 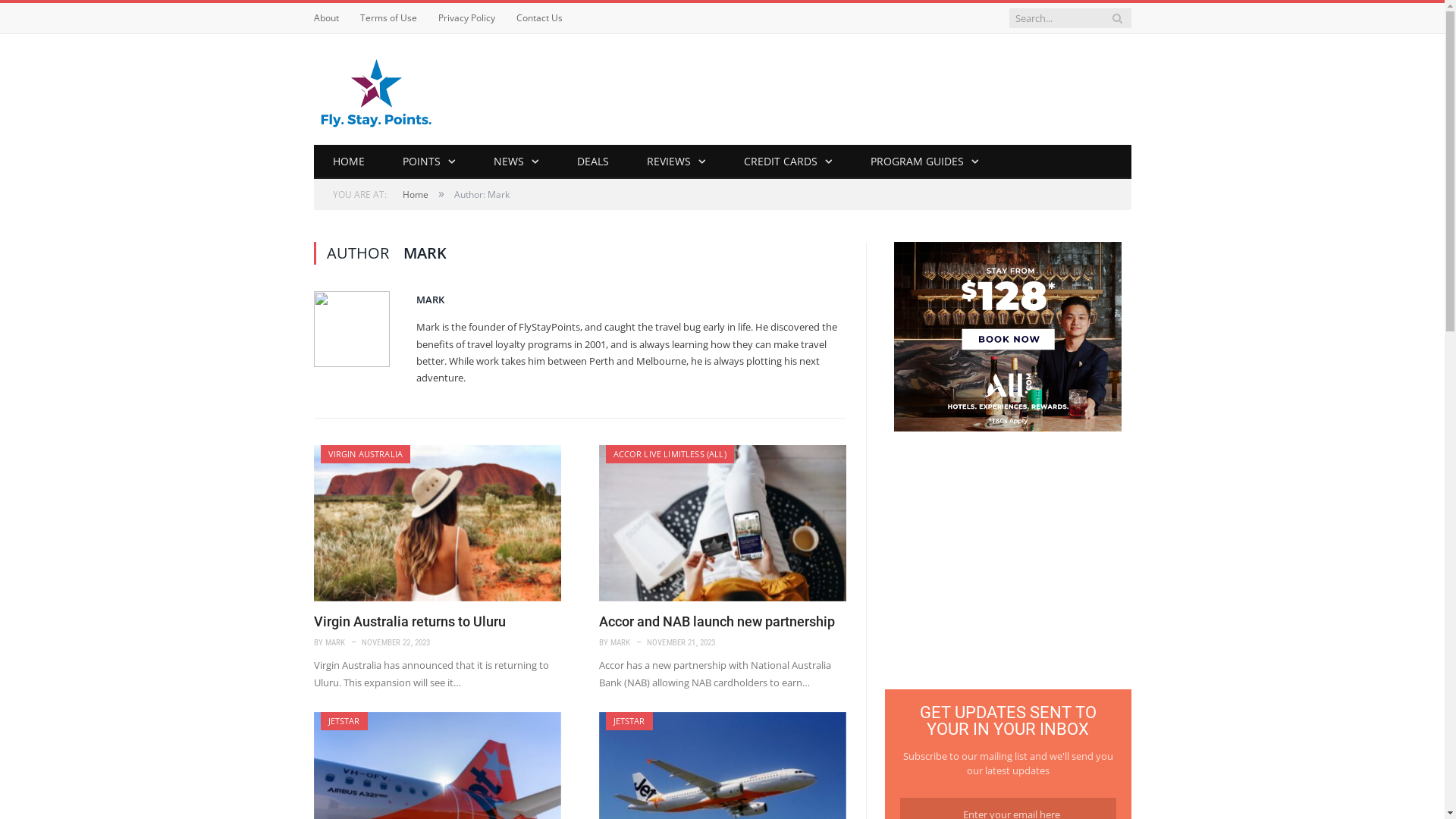 I want to click on 'NEWS', so click(x=473, y=162).